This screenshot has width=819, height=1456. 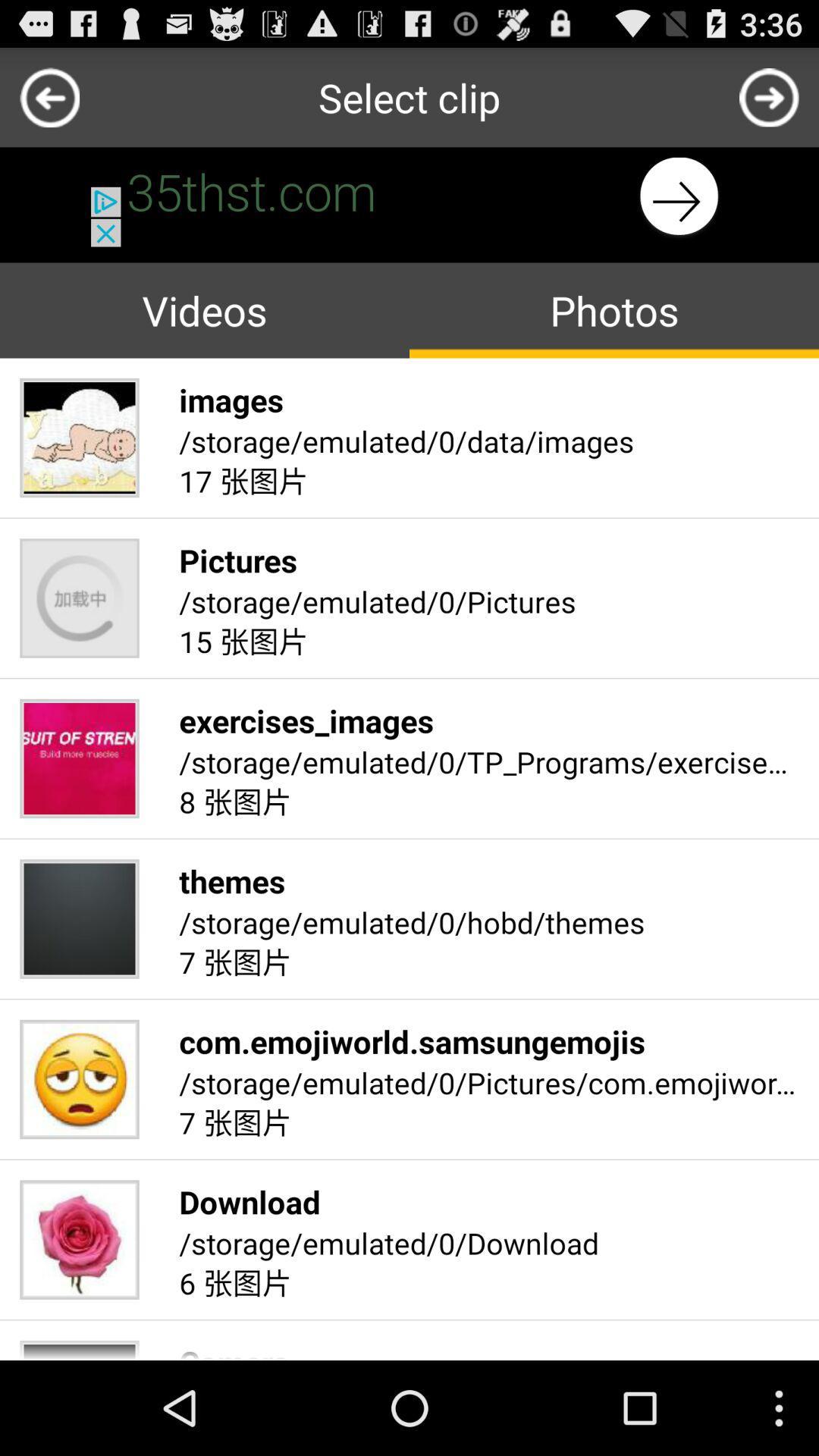 What do you see at coordinates (49, 103) in the screenshot?
I see `the arrow_backward icon` at bounding box center [49, 103].